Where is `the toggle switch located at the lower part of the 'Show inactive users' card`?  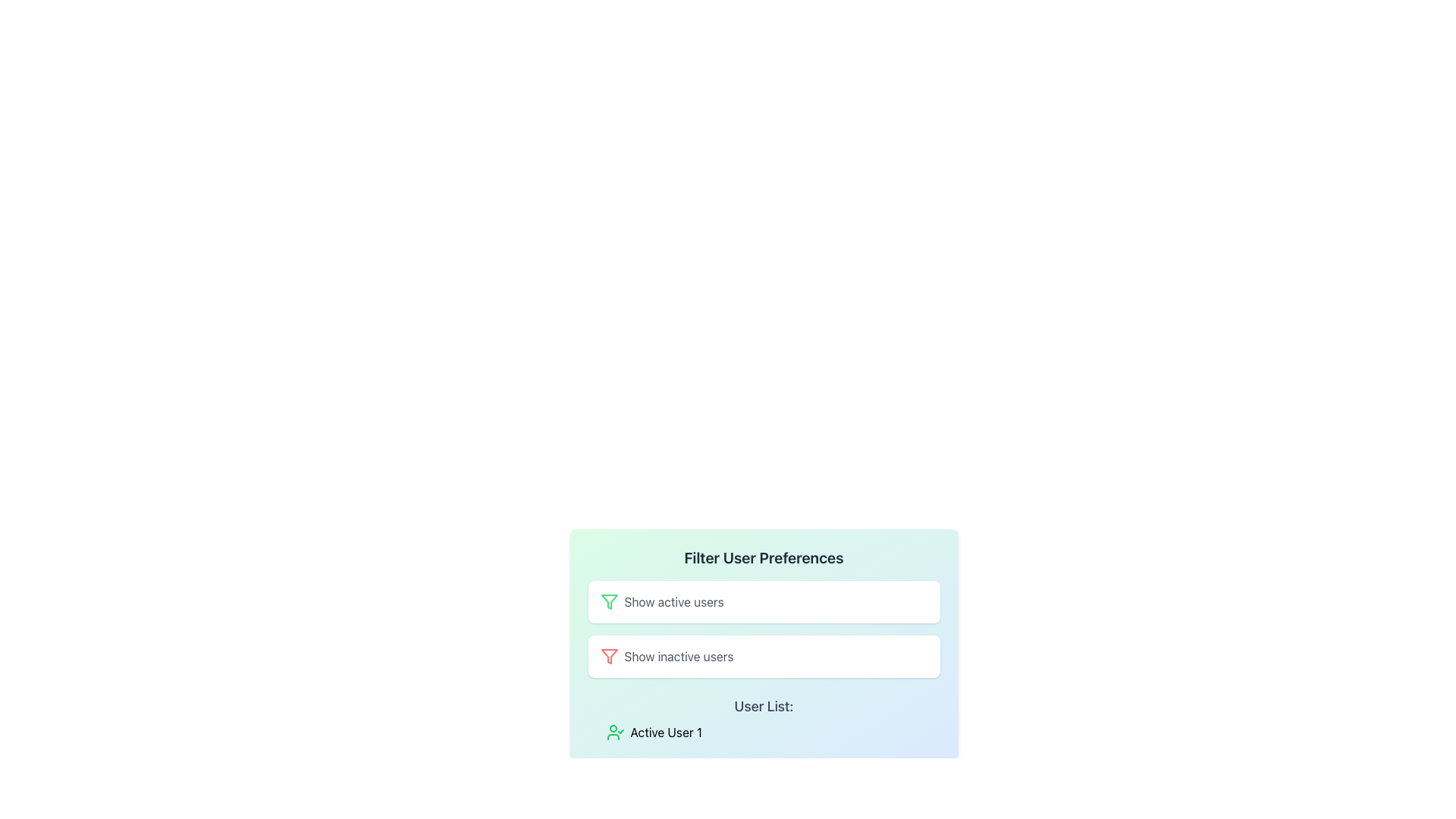
the toggle switch located at the lower part of the 'Show inactive users' card is located at coordinates (912, 656).